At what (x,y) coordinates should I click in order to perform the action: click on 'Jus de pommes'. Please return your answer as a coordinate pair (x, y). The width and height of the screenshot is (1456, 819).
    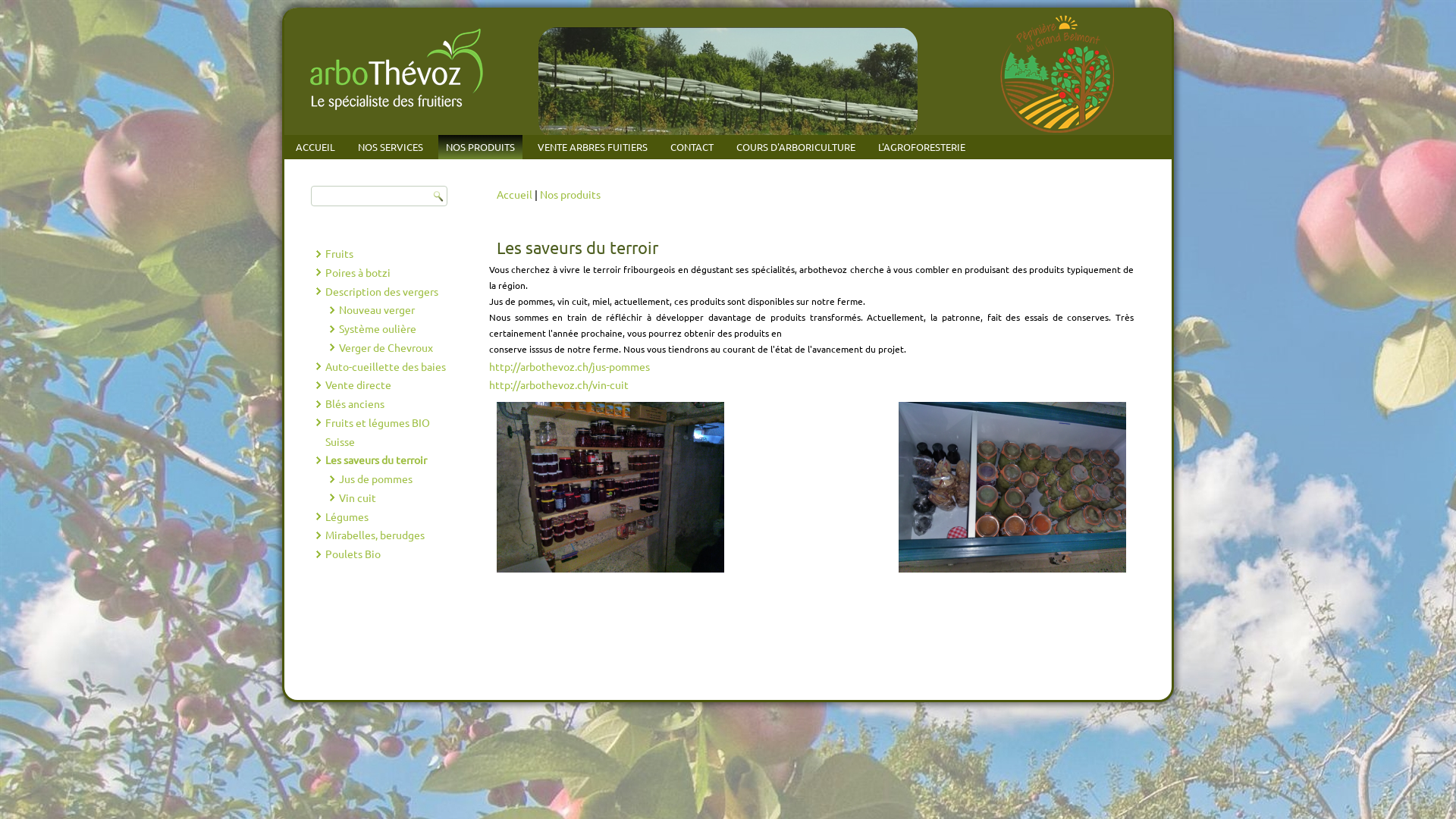
    Looking at the image, I should click on (375, 479).